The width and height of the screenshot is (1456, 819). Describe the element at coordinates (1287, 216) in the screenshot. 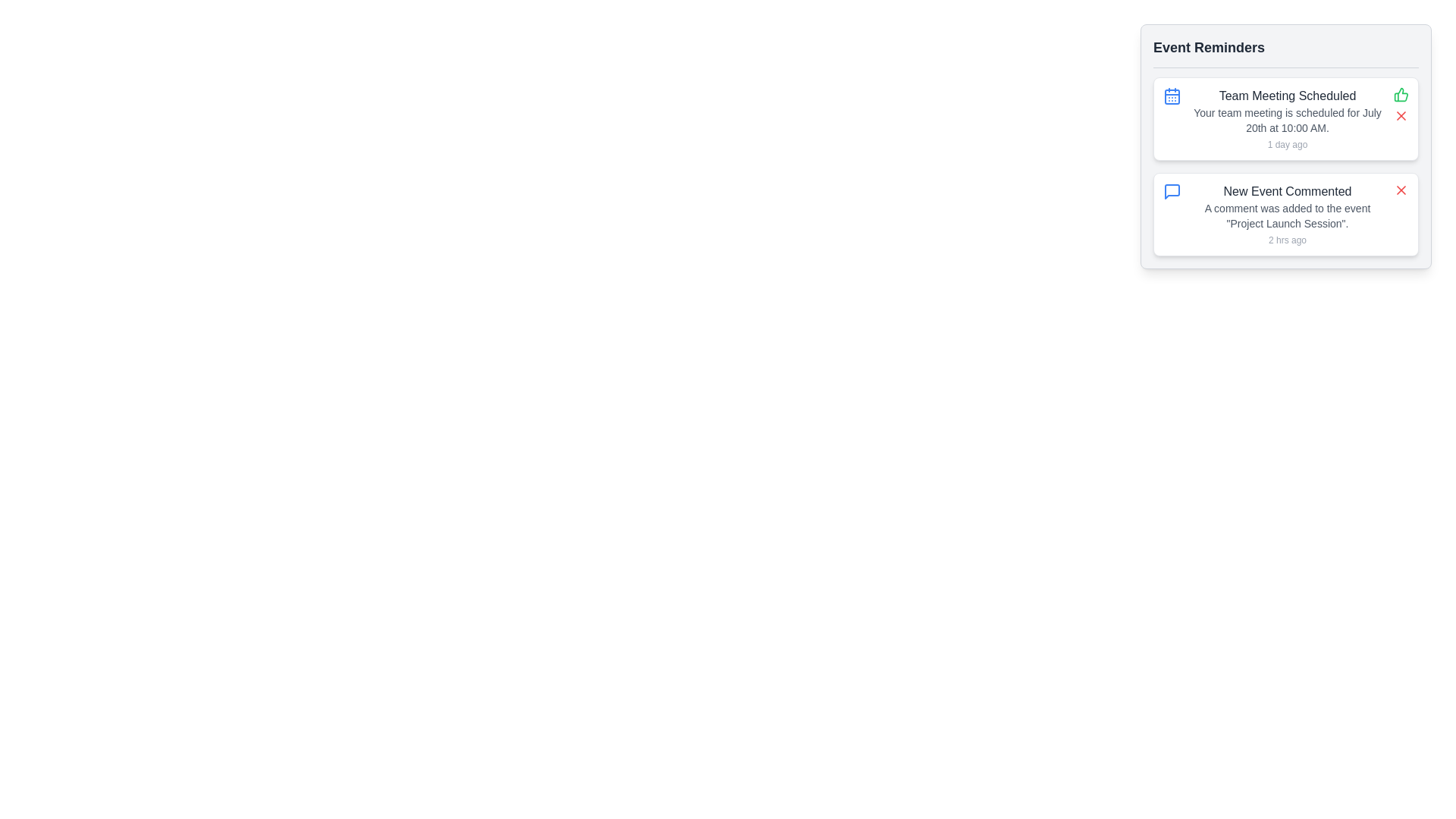

I see `the static text component displaying the message 'A comment was added to the event "Project Launch Session"', which is located below the header 'New Event Commented' and above the timestamp '2 hrs ago'` at that location.